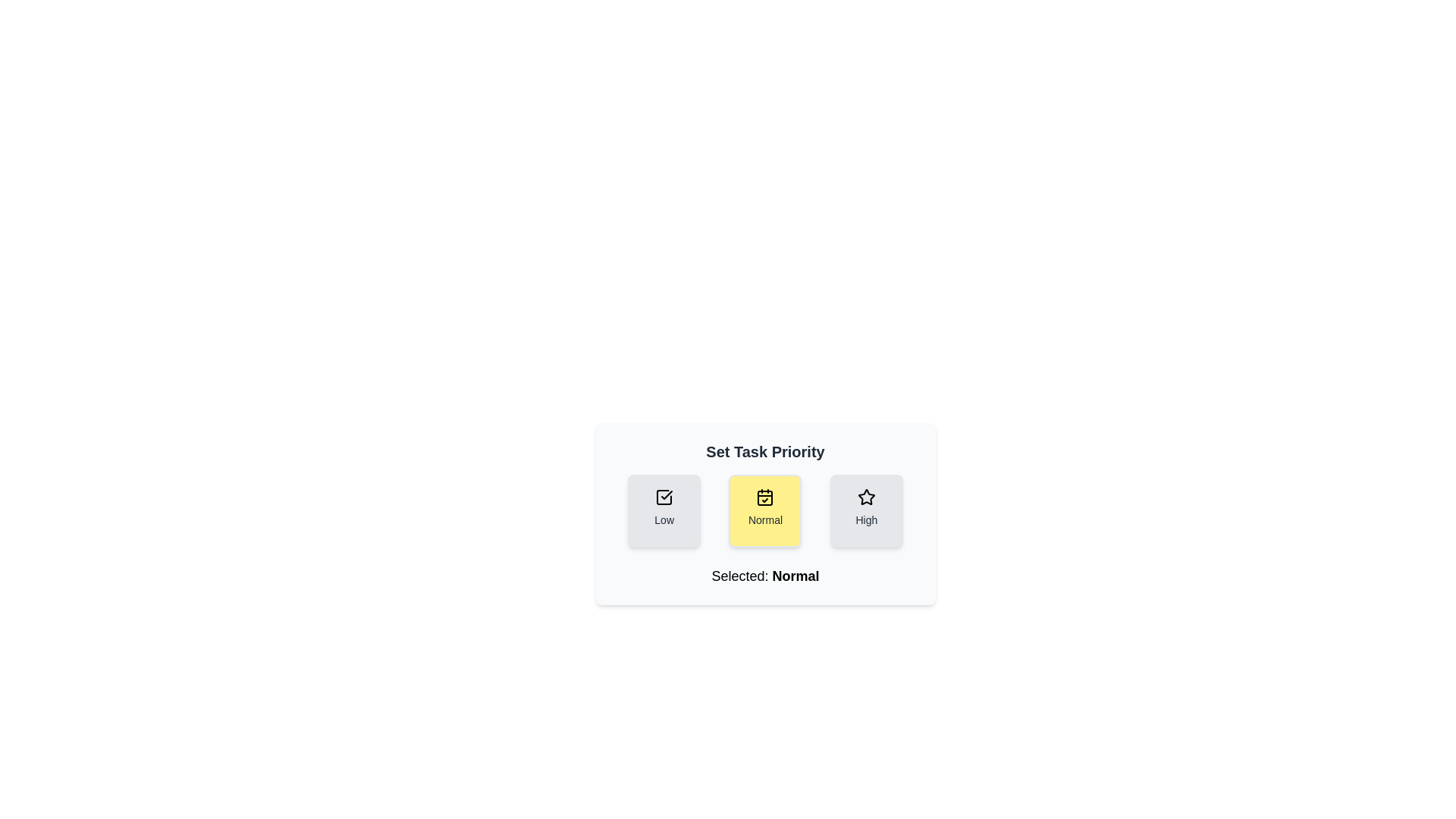 The image size is (1456, 819). What do you see at coordinates (866, 511) in the screenshot?
I see `the priority button to set the task priority to High` at bounding box center [866, 511].